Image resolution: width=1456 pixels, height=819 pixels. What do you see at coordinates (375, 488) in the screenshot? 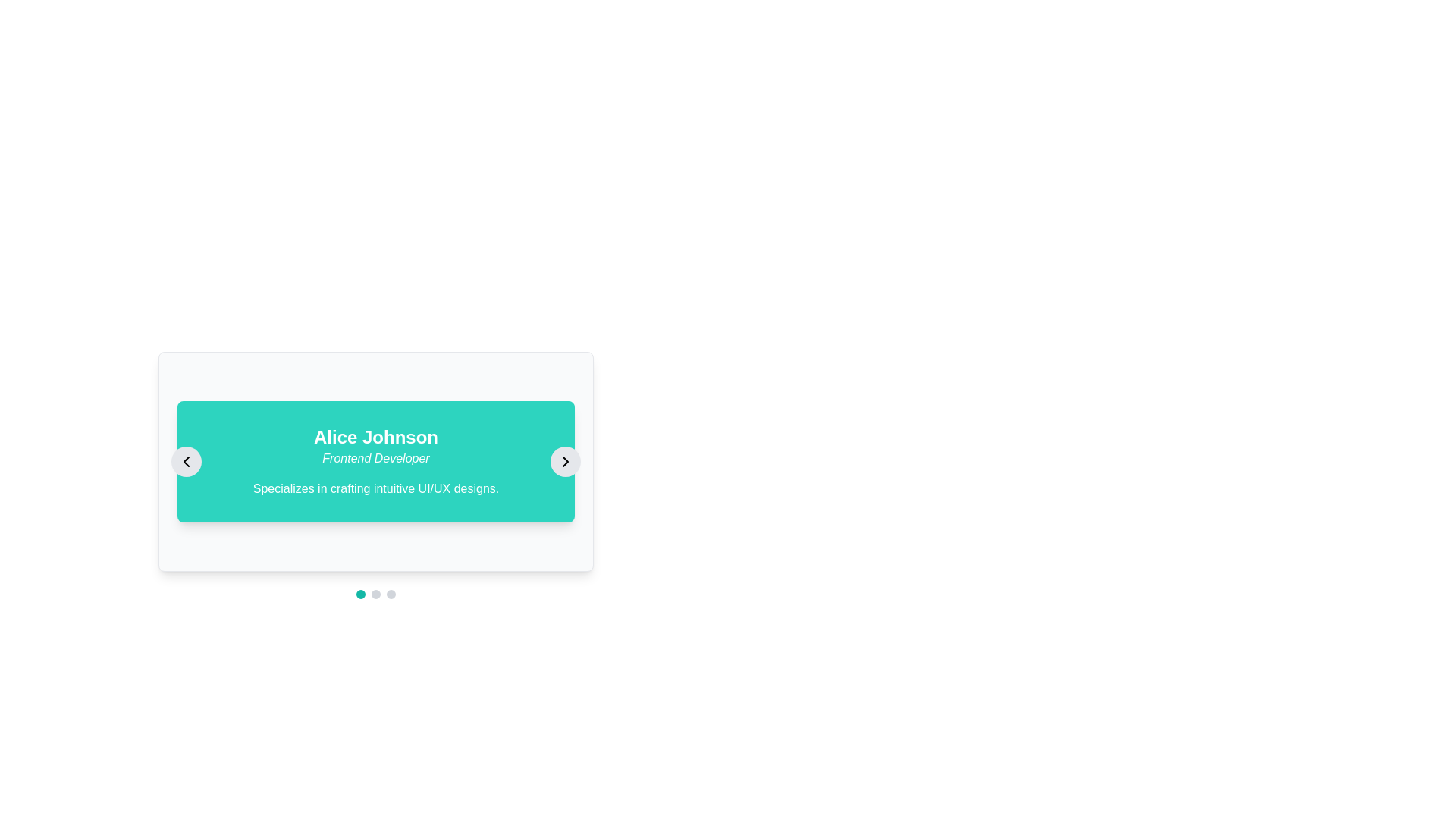
I see `the text label that reads 'Specializes in crafting intuitive UI/UX designs.' which is the bottom-most block within a teal card` at bounding box center [375, 488].